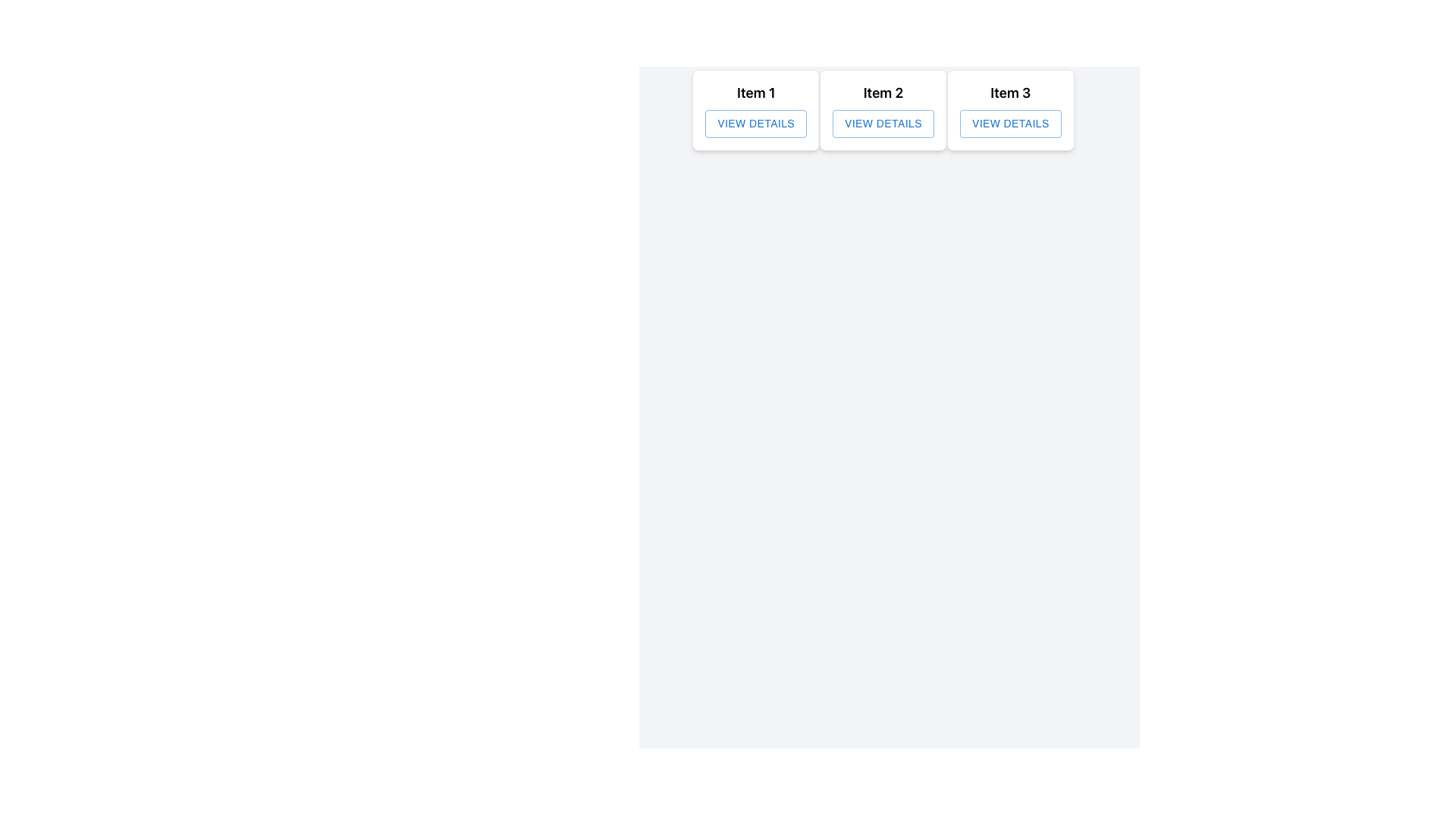 This screenshot has width=1456, height=819. I want to click on the Text Label located at the top of the third card in a horizontal sequence, which identifies the content or purpose of the associated item, positioned above the 'View Details' button, so click(1010, 93).